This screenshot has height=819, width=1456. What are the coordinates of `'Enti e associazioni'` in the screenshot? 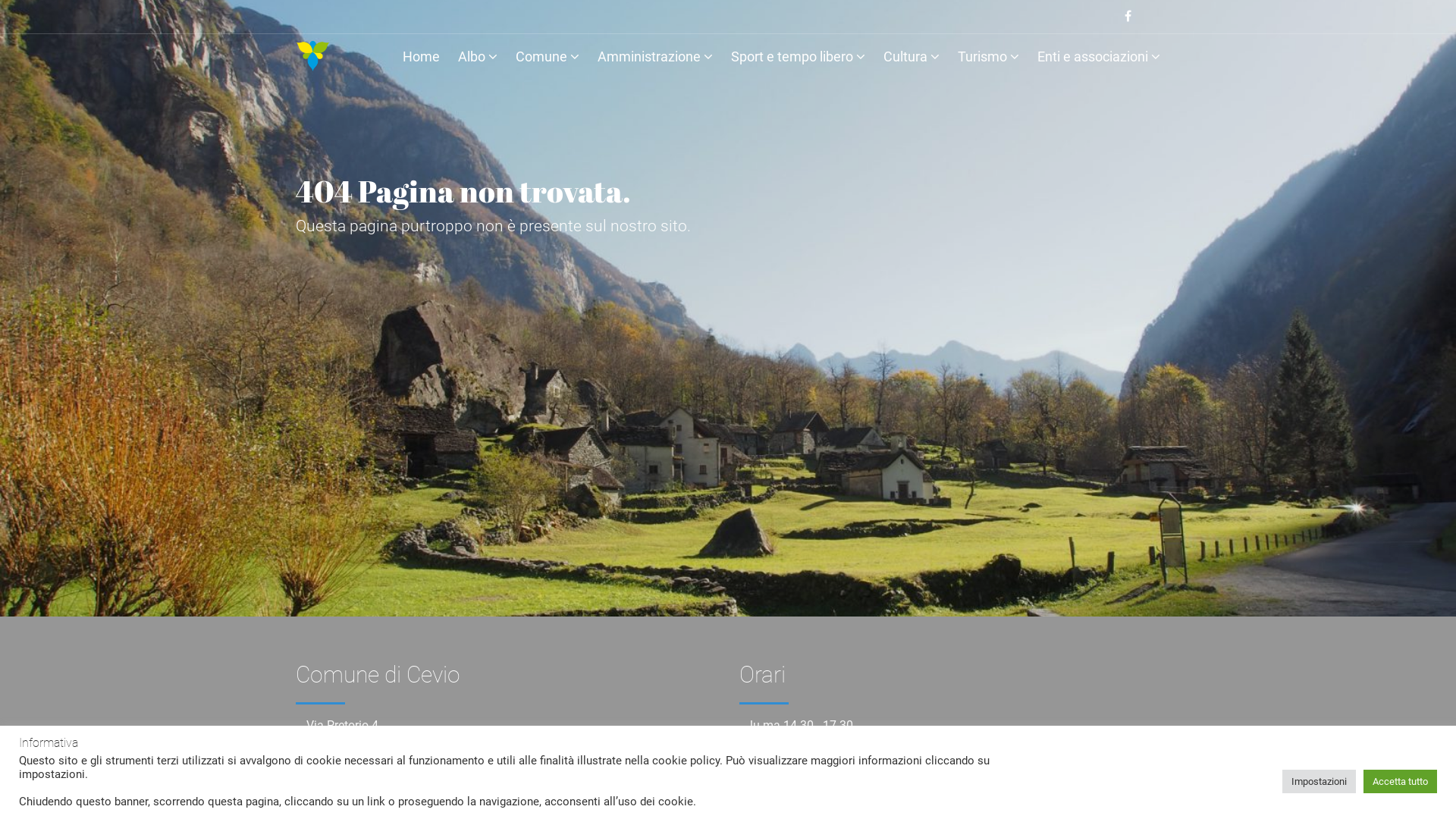 It's located at (1037, 58).